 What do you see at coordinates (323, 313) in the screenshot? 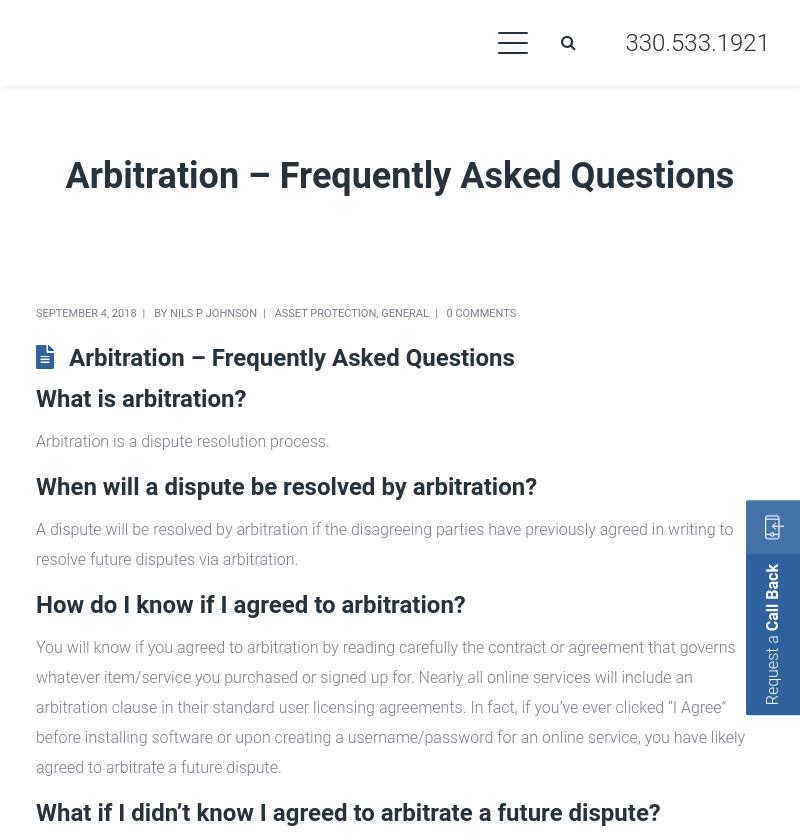
I see `'Asset Protection'` at bounding box center [323, 313].